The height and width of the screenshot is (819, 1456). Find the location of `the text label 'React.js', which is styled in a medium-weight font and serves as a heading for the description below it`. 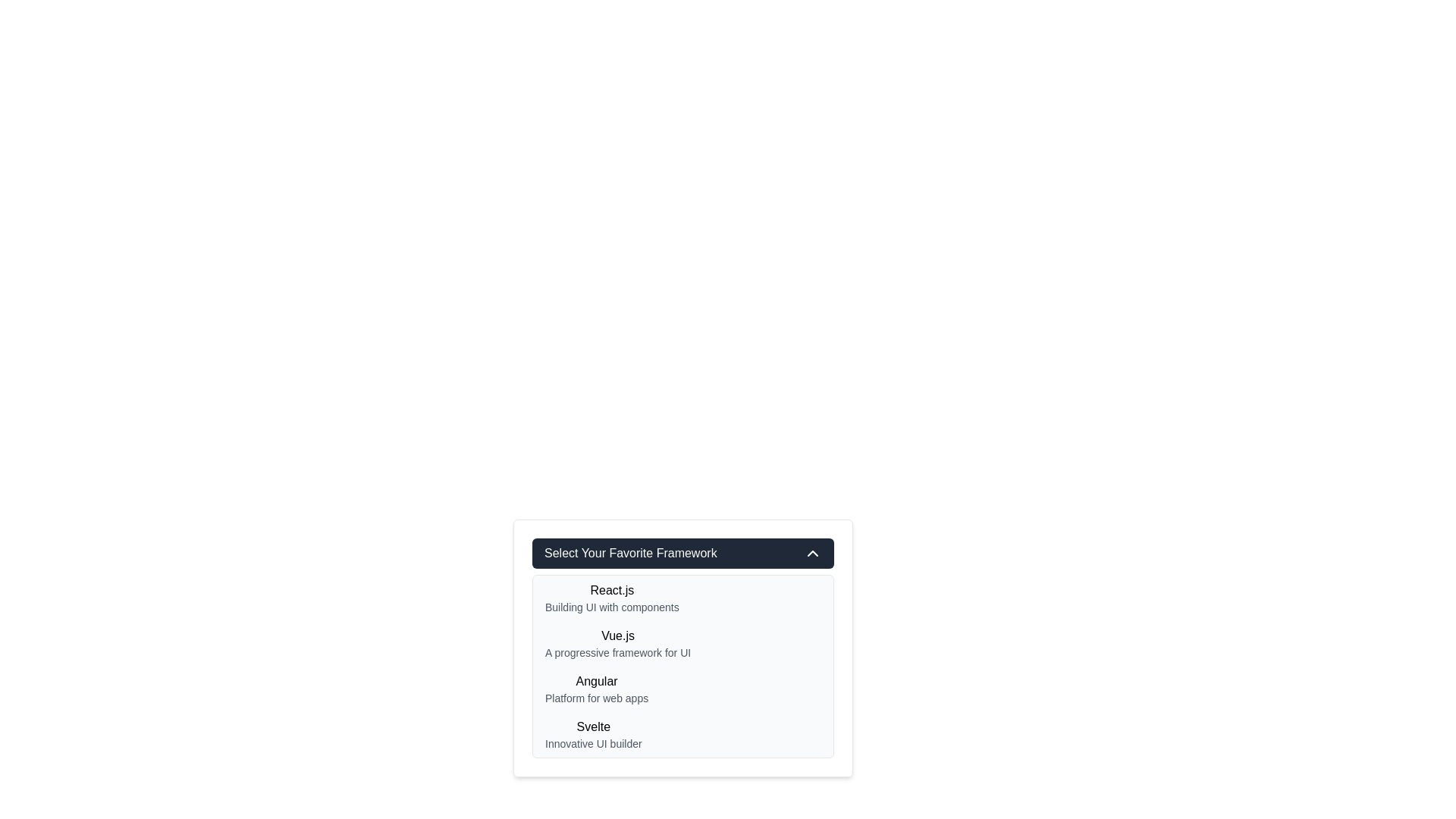

the text label 'React.js', which is styled in a medium-weight font and serves as a heading for the description below it is located at coordinates (612, 590).